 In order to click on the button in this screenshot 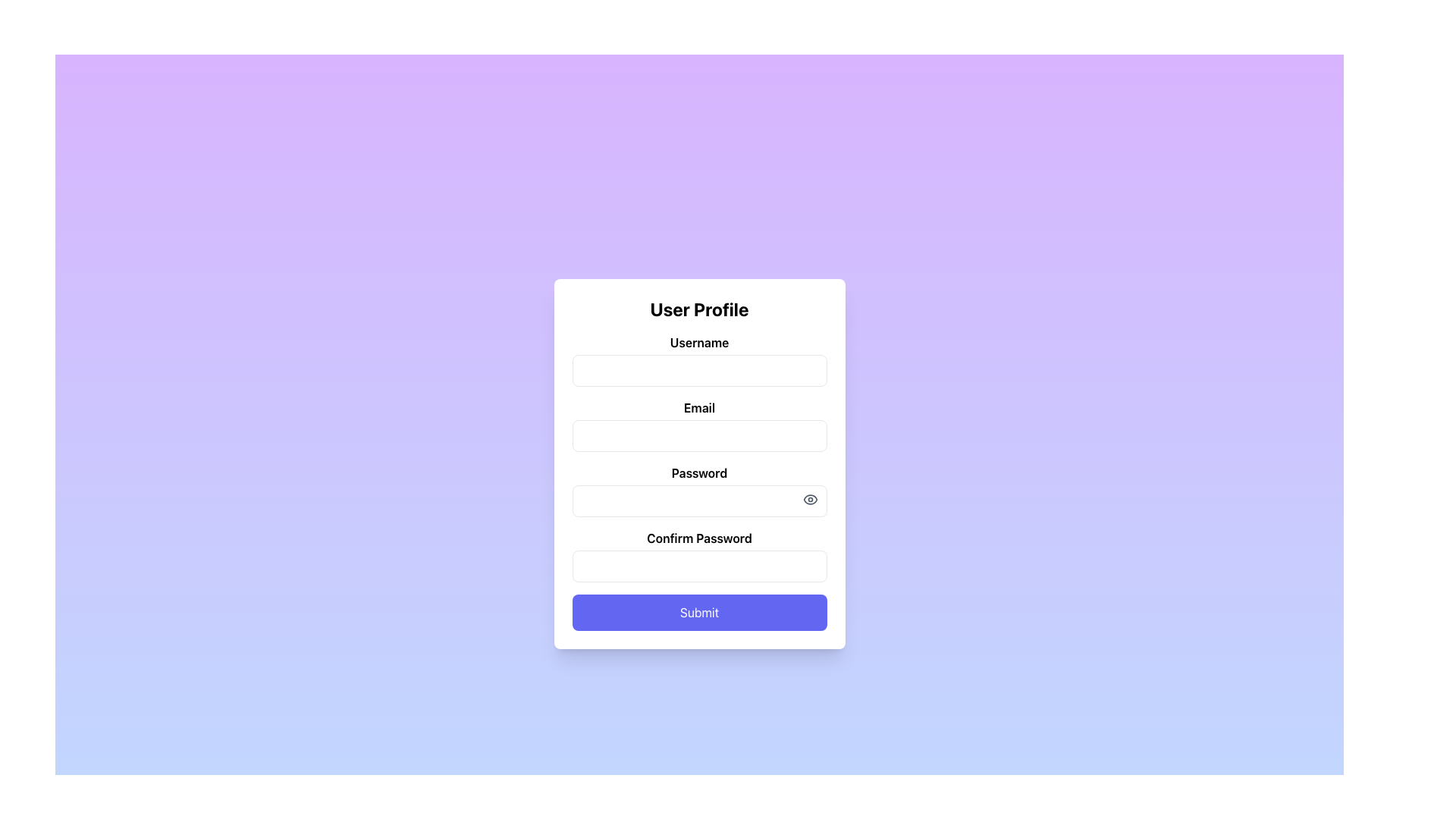, I will do `click(809, 499)`.